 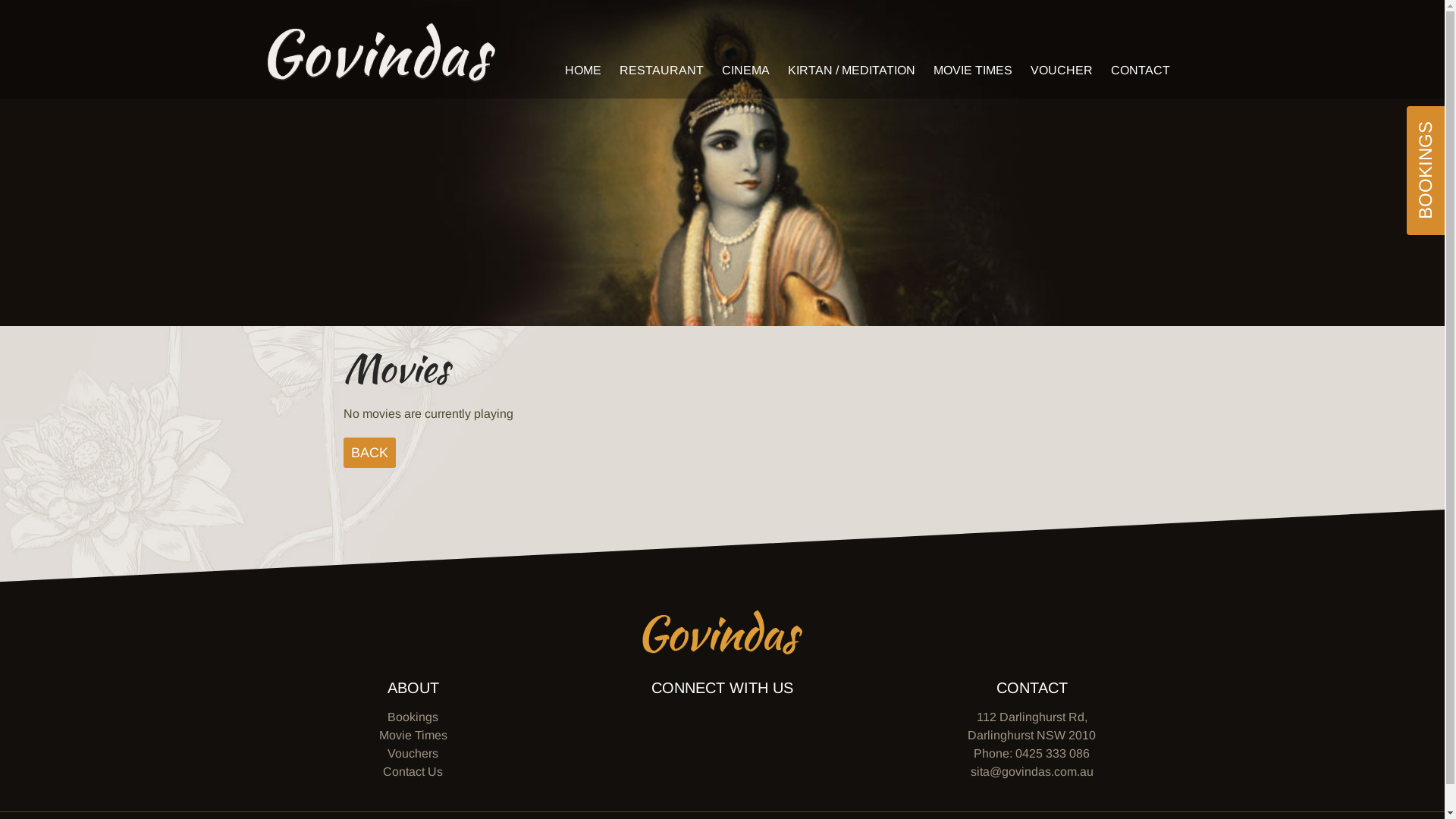 I want to click on 'RESTAURANT', so click(x=661, y=70).